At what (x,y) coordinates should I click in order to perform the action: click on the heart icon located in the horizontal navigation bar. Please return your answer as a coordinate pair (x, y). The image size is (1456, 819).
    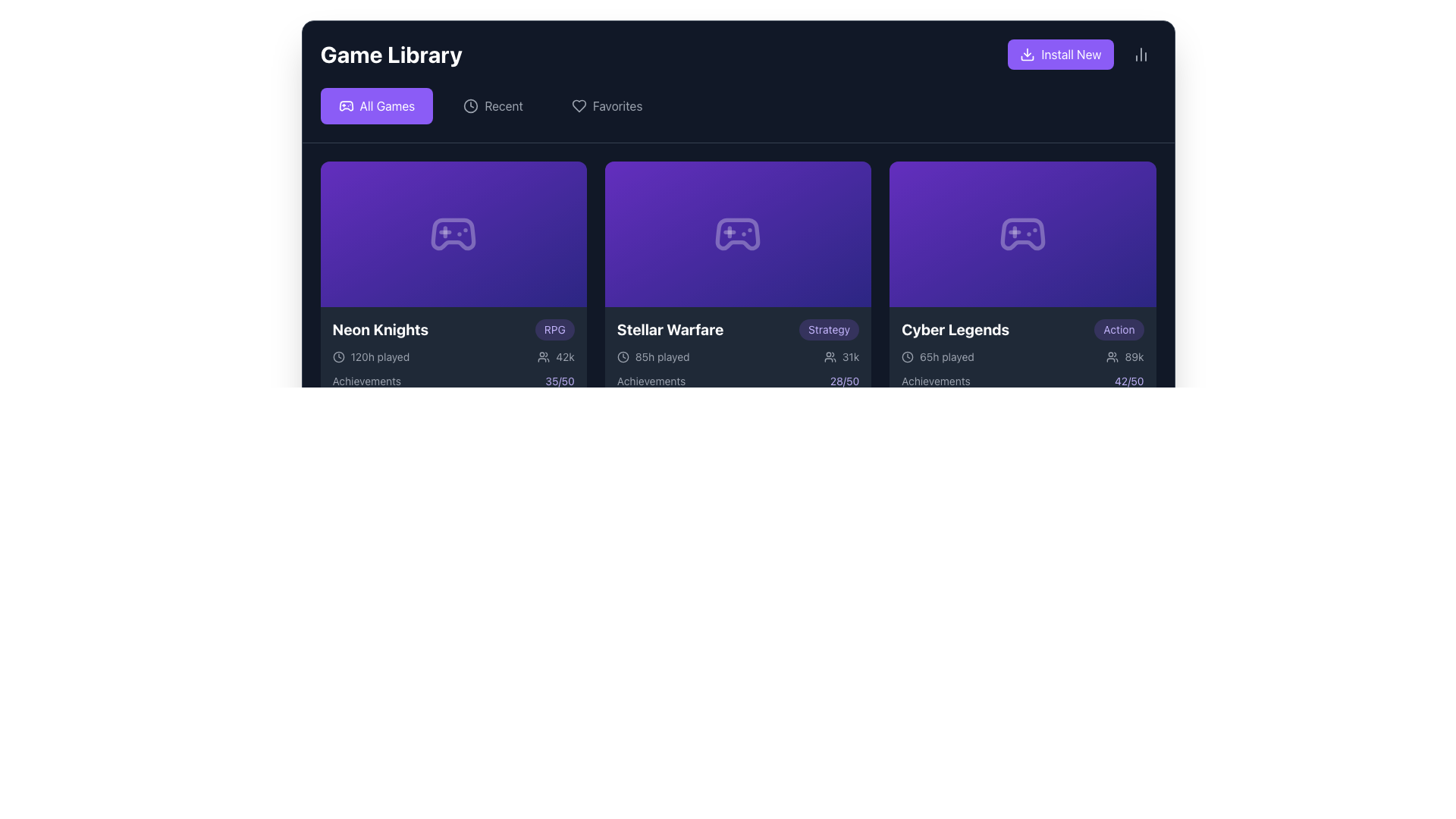
    Looking at the image, I should click on (578, 105).